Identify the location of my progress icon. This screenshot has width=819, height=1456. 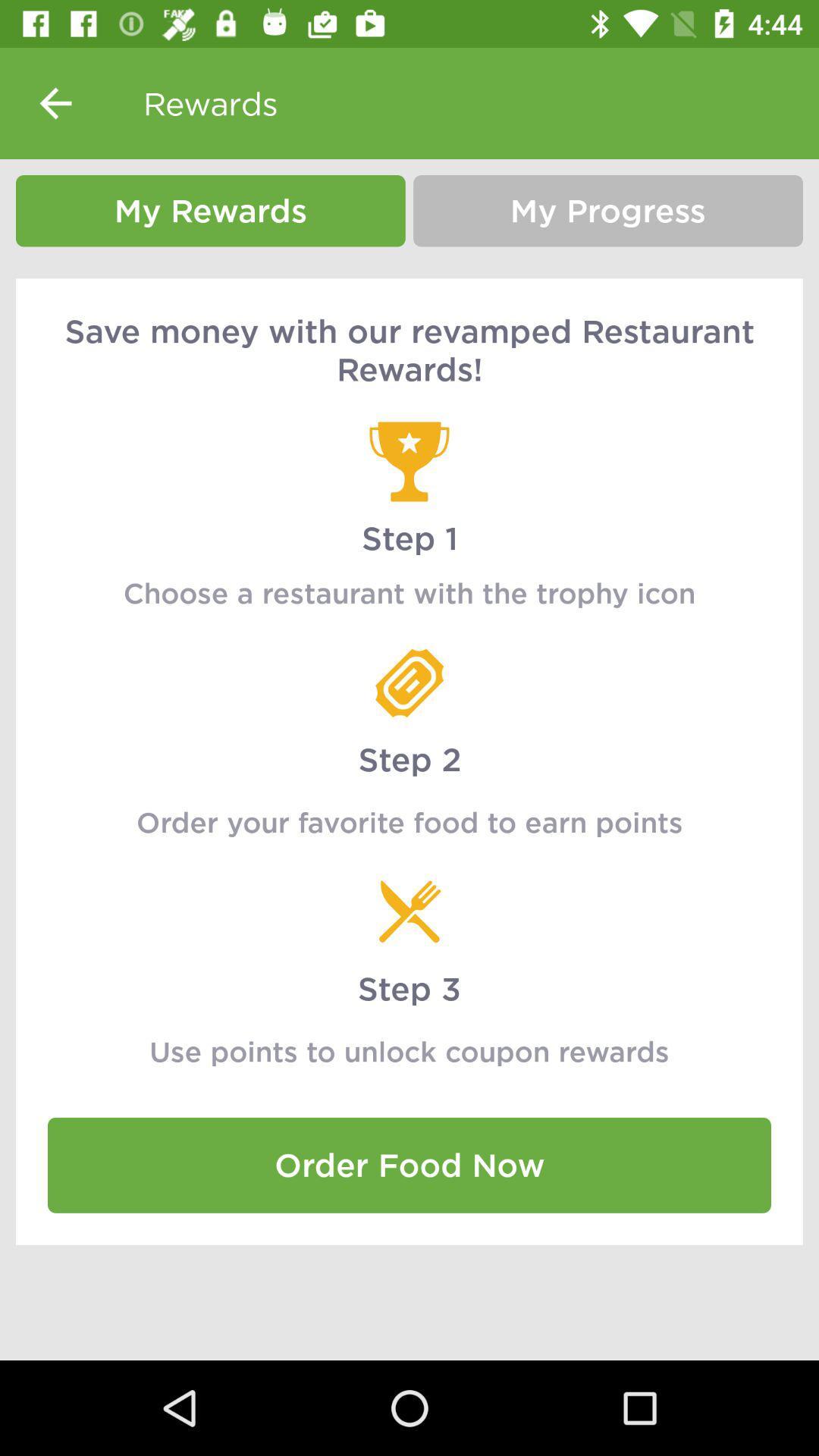
(607, 210).